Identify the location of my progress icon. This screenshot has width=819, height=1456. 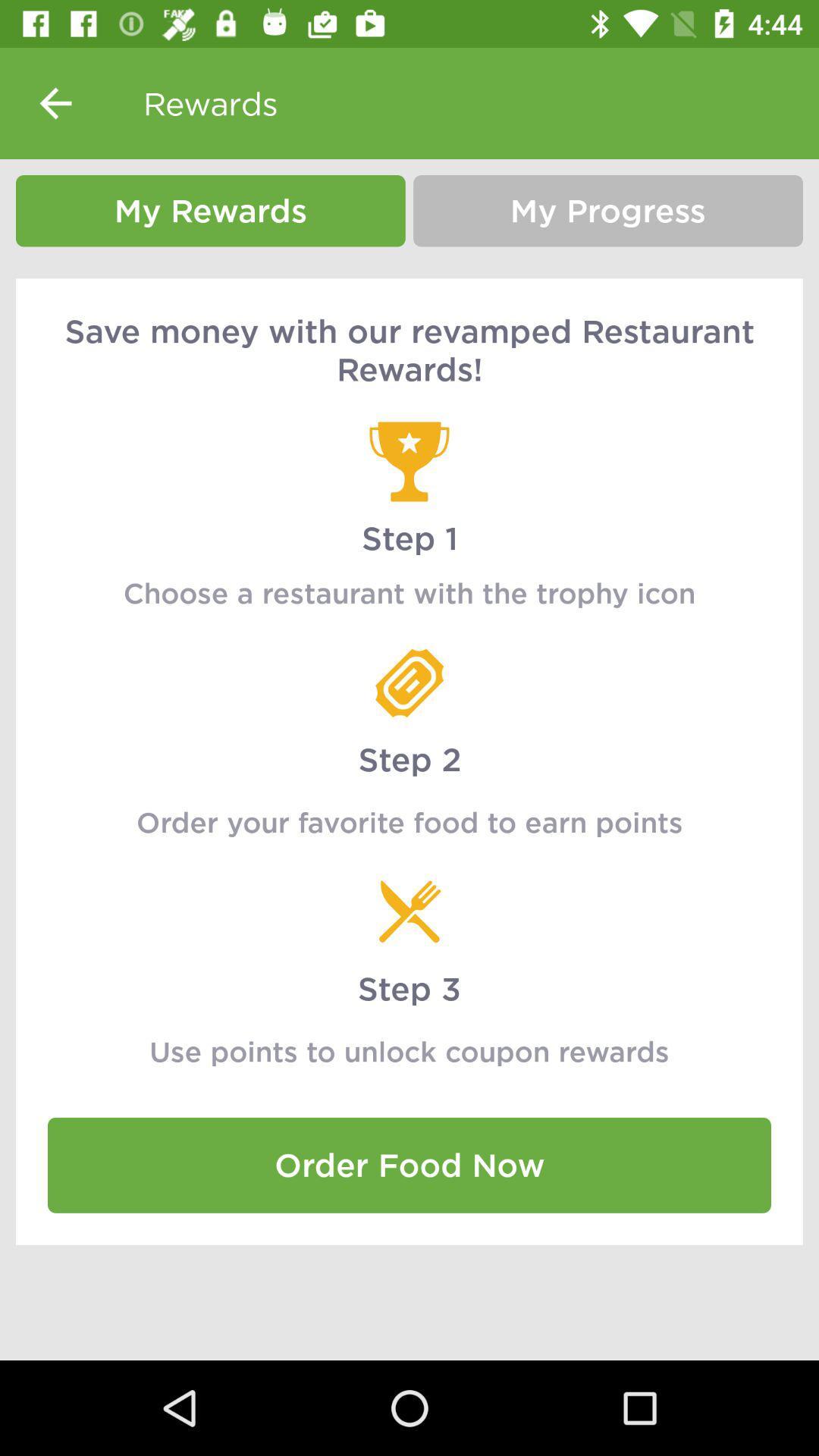
(607, 210).